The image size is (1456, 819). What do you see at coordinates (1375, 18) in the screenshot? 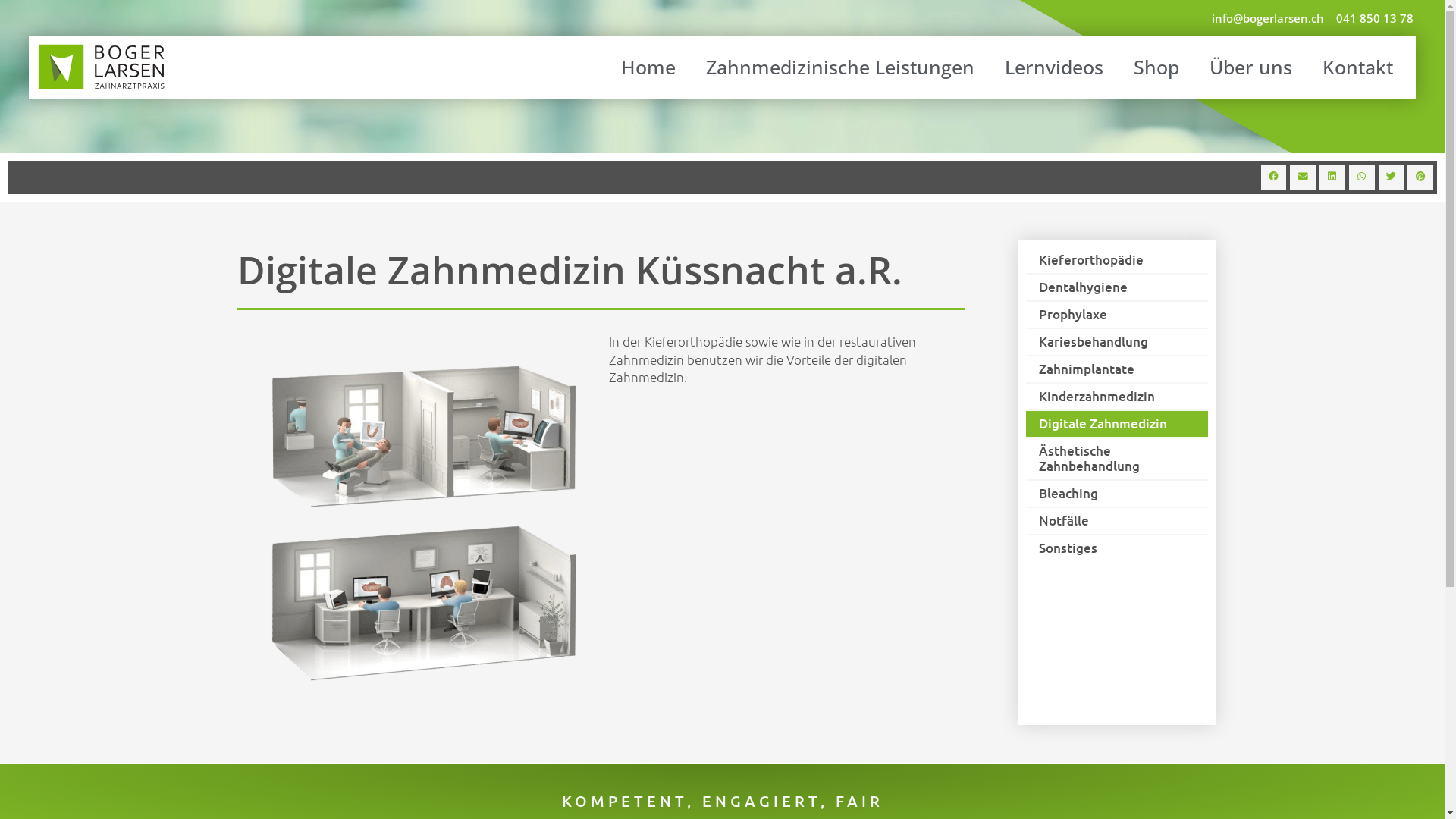
I see `'041 850 13 78'` at bounding box center [1375, 18].